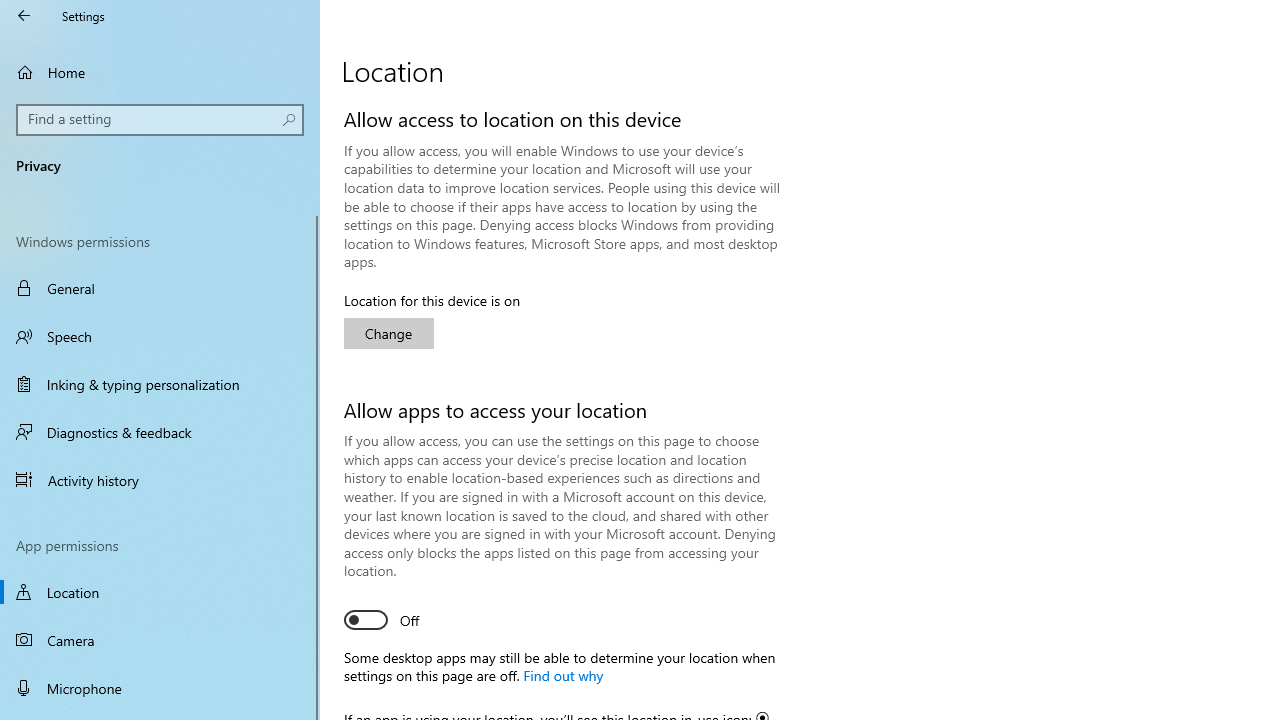  Describe the element at coordinates (160, 288) in the screenshot. I see `'General'` at that location.